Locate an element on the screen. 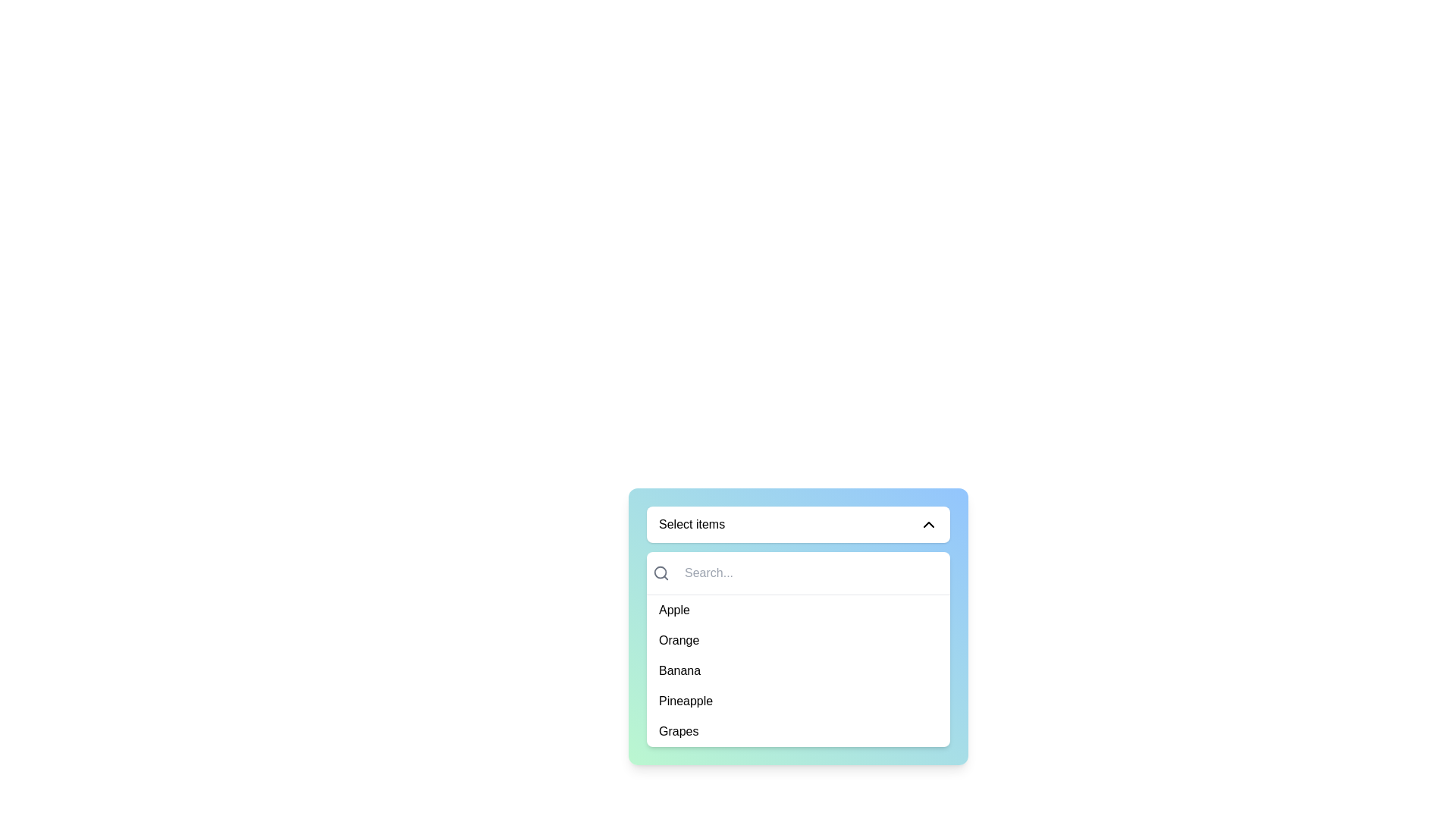  an item in the vertical list of options, which includes 'Apple', 'Orange', 'Banana', 'Pineapple', and 'Grapes' is located at coordinates (797, 648).